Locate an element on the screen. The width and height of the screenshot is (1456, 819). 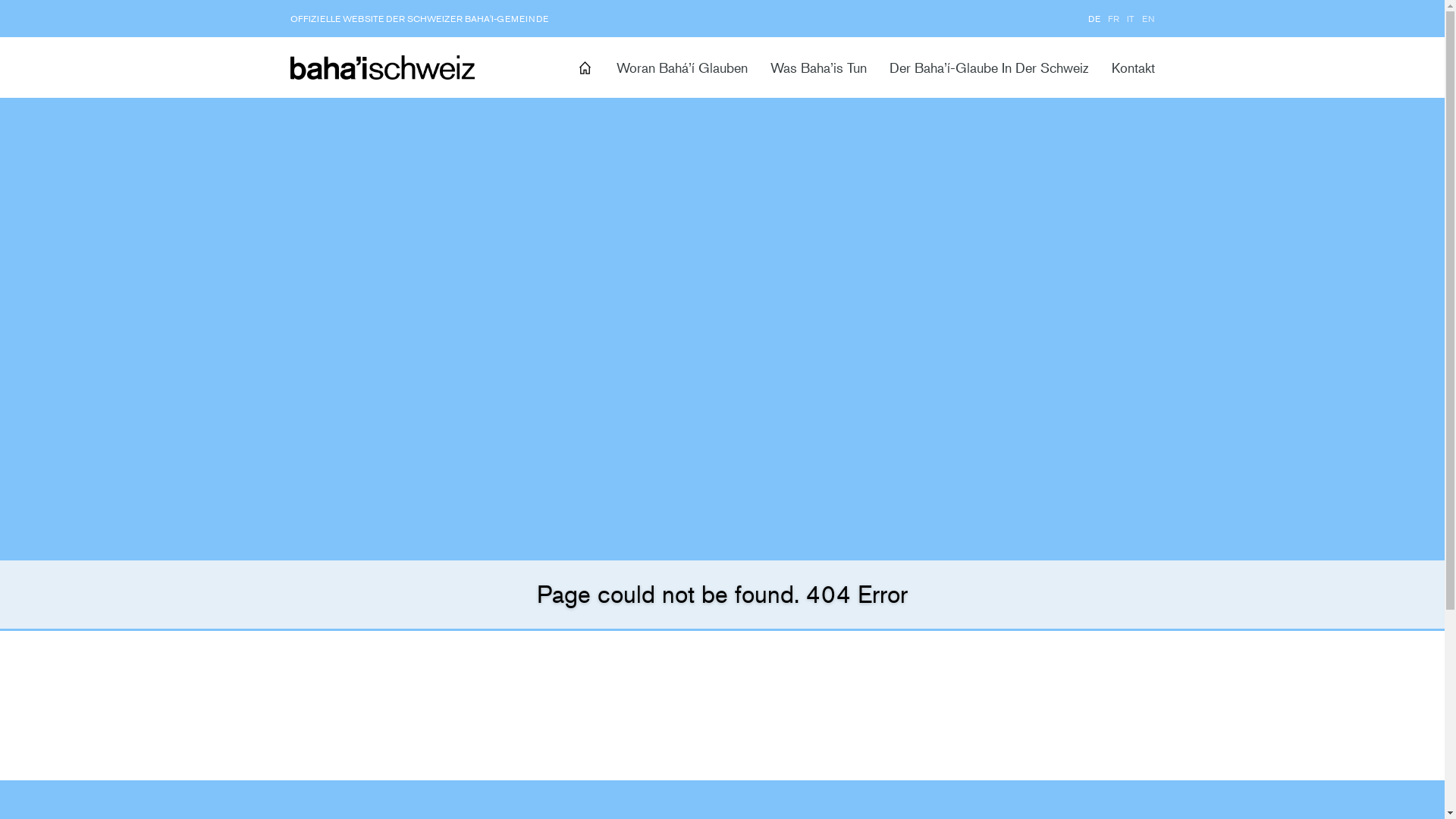
'IT' is located at coordinates (1131, 18).